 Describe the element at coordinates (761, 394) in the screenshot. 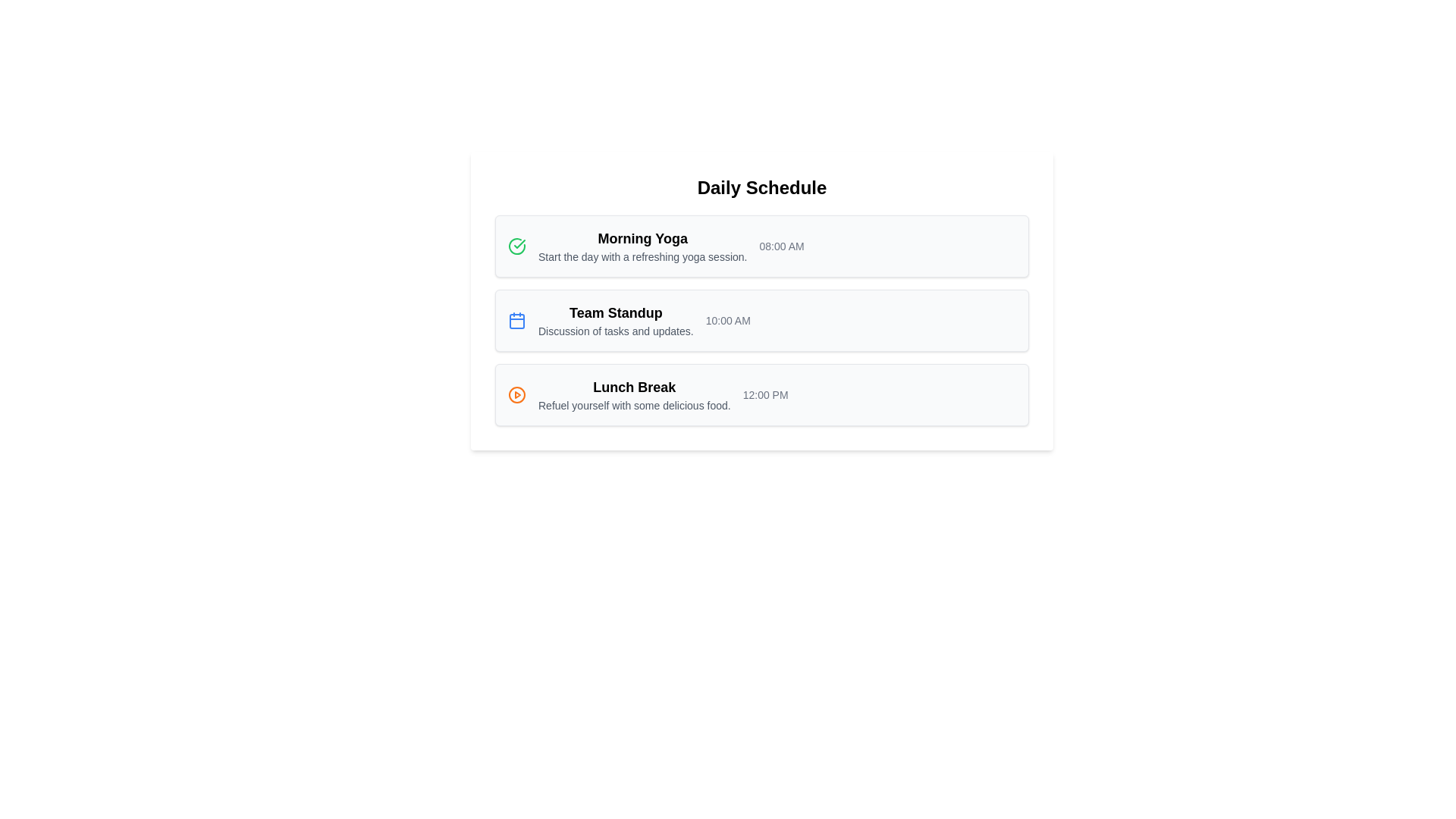

I see `the third entry in the 'Daily Schedule' list, which represents a scheduled event with details such as title, description, and time` at that location.